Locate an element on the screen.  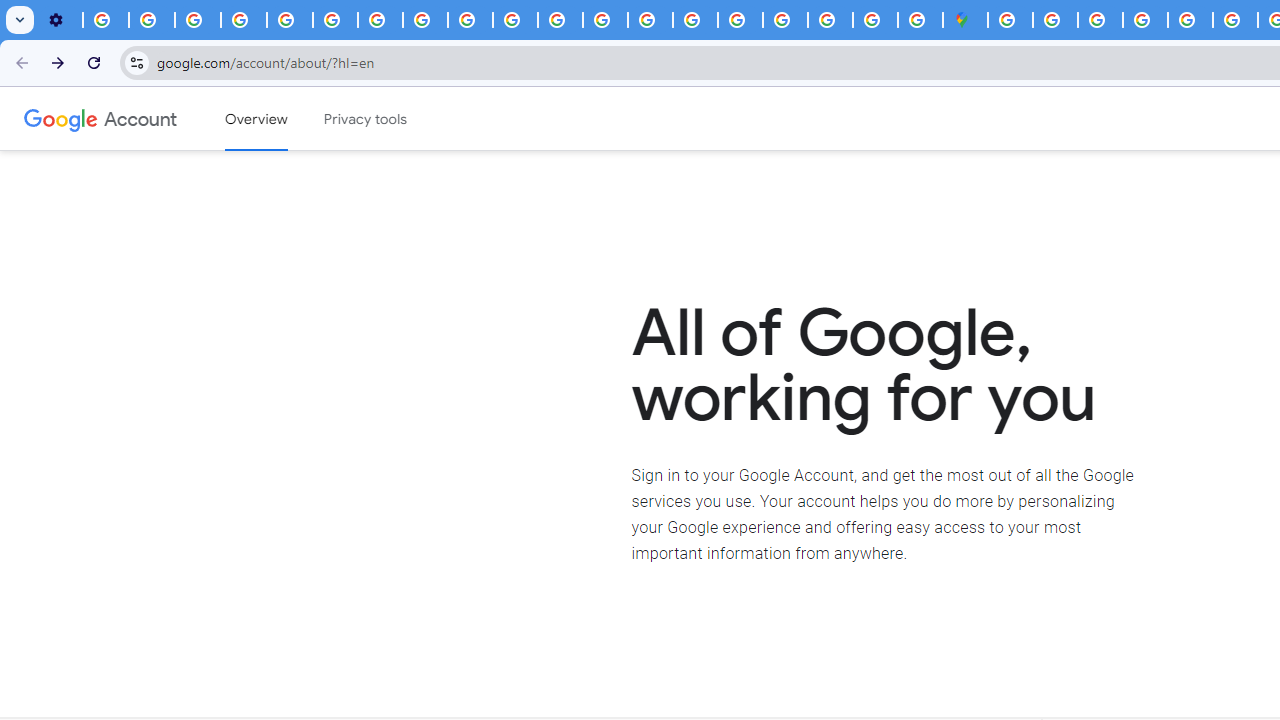
'Google Account' is located at coordinates (139, 118).